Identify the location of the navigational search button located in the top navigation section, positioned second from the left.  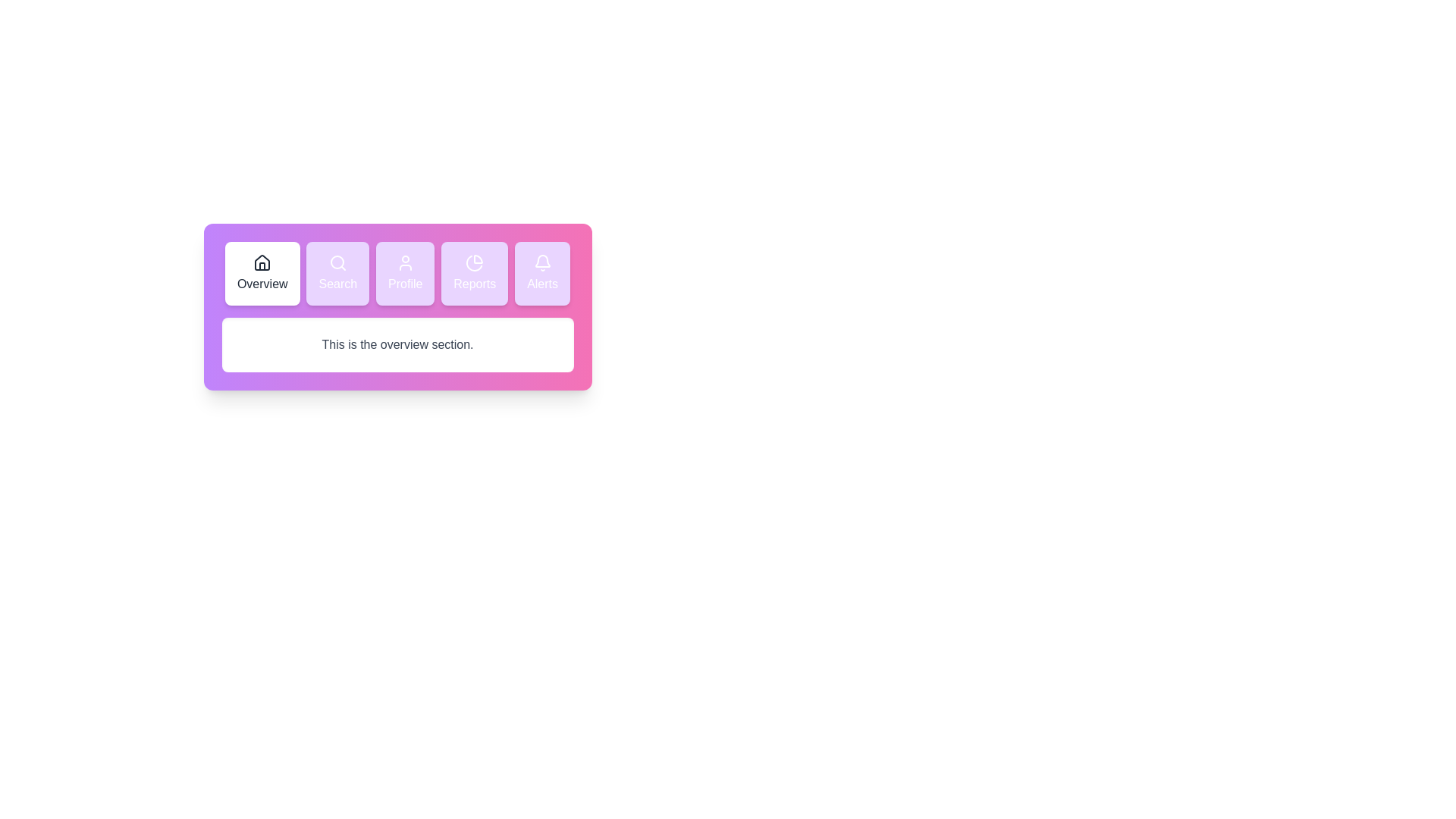
(337, 274).